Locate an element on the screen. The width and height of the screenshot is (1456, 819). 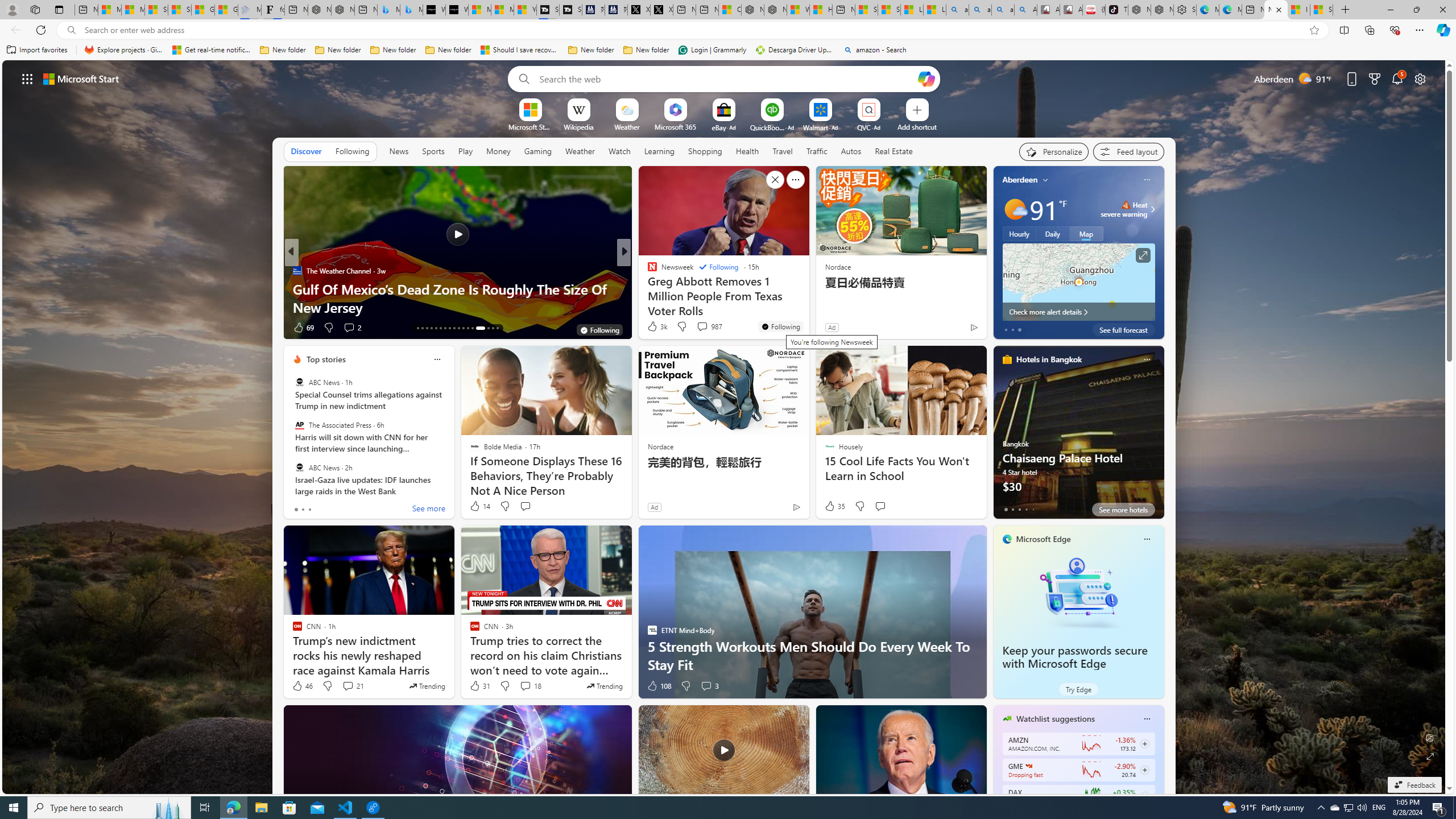
'AutomationID: tab-23' is located at coordinates (463, 328).